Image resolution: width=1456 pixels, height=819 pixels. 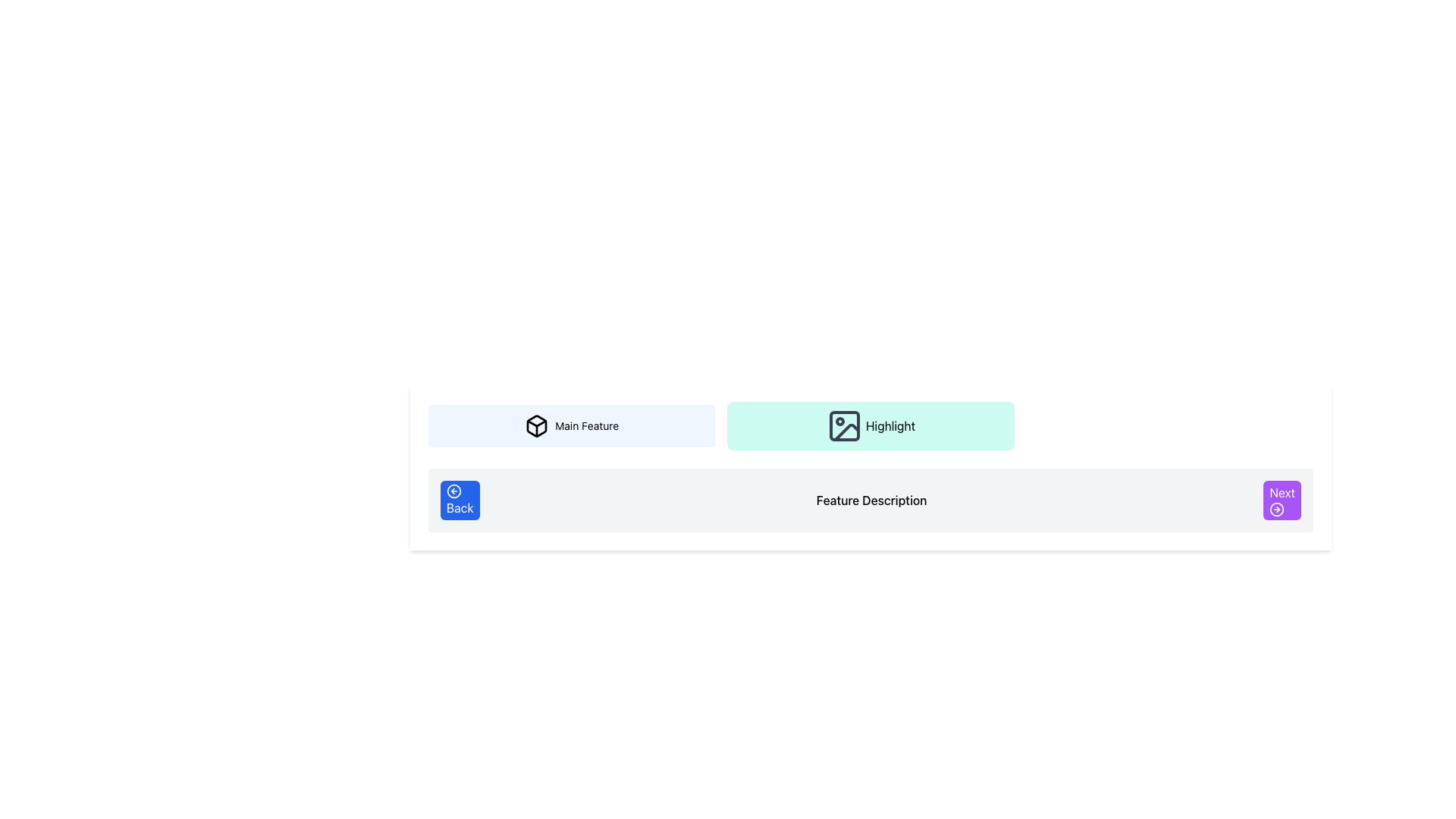 What do you see at coordinates (871, 500) in the screenshot?
I see `the Static Text Label displaying 'Feature Description', which is styled with a medium-sized, bold font and has a light gray background, located centrally between the 'Back' and 'Next' buttons` at bounding box center [871, 500].